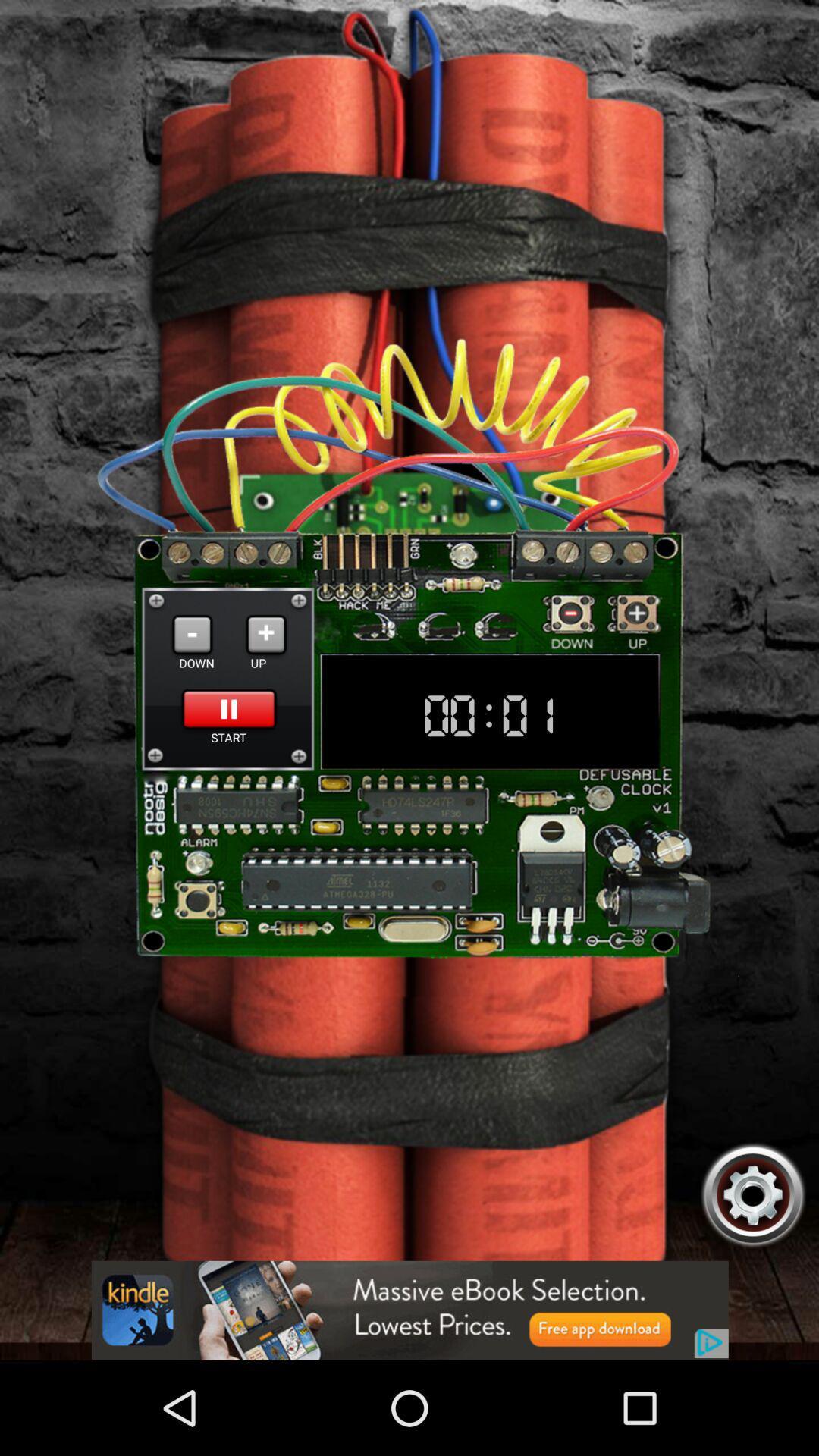 This screenshot has width=819, height=1456. Describe the element at coordinates (191, 682) in the screenshot. I see `the minus icon` at that location.